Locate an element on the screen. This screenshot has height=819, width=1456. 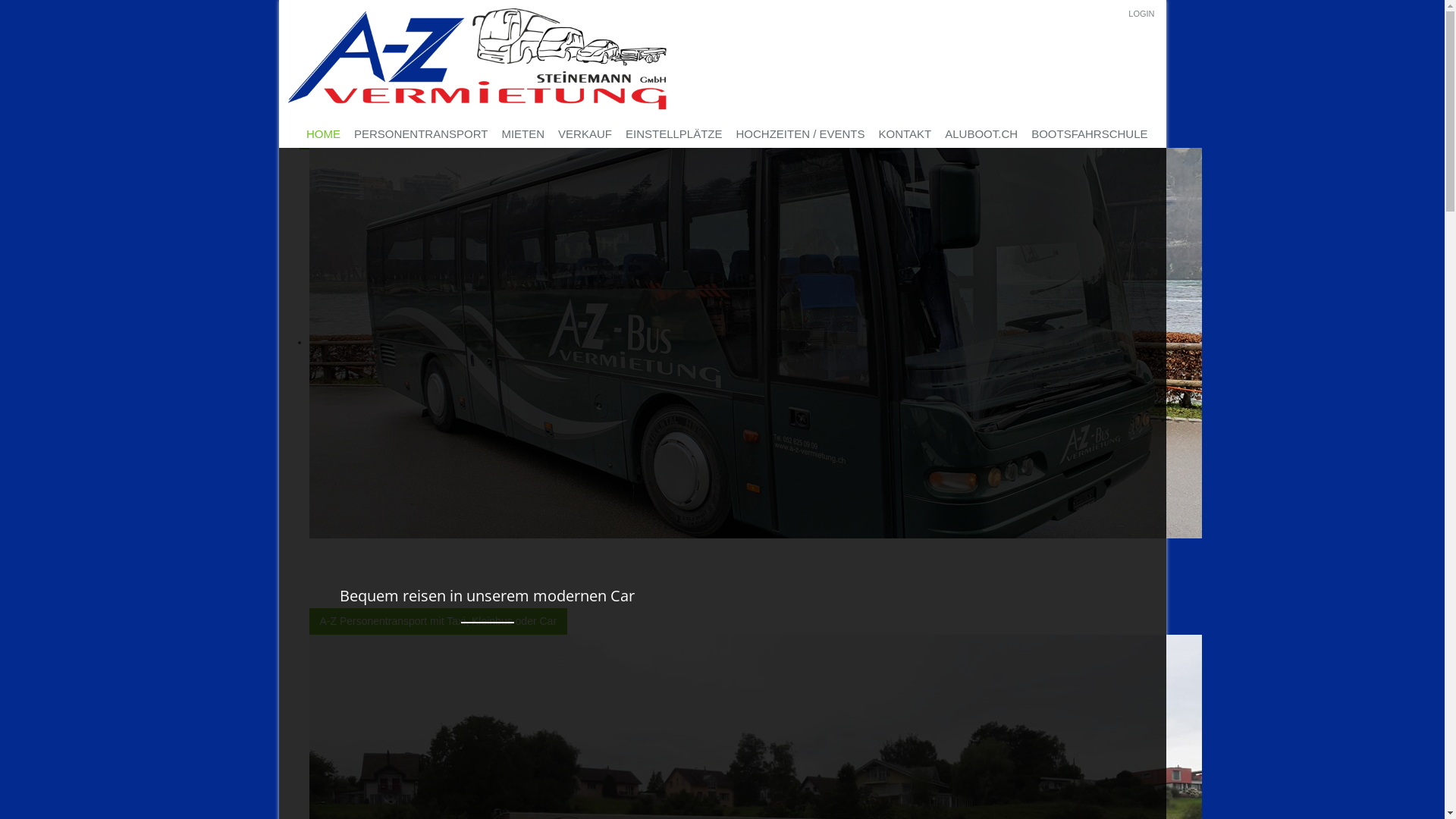
'VERKAUF' is located at coordinates (584, 133).